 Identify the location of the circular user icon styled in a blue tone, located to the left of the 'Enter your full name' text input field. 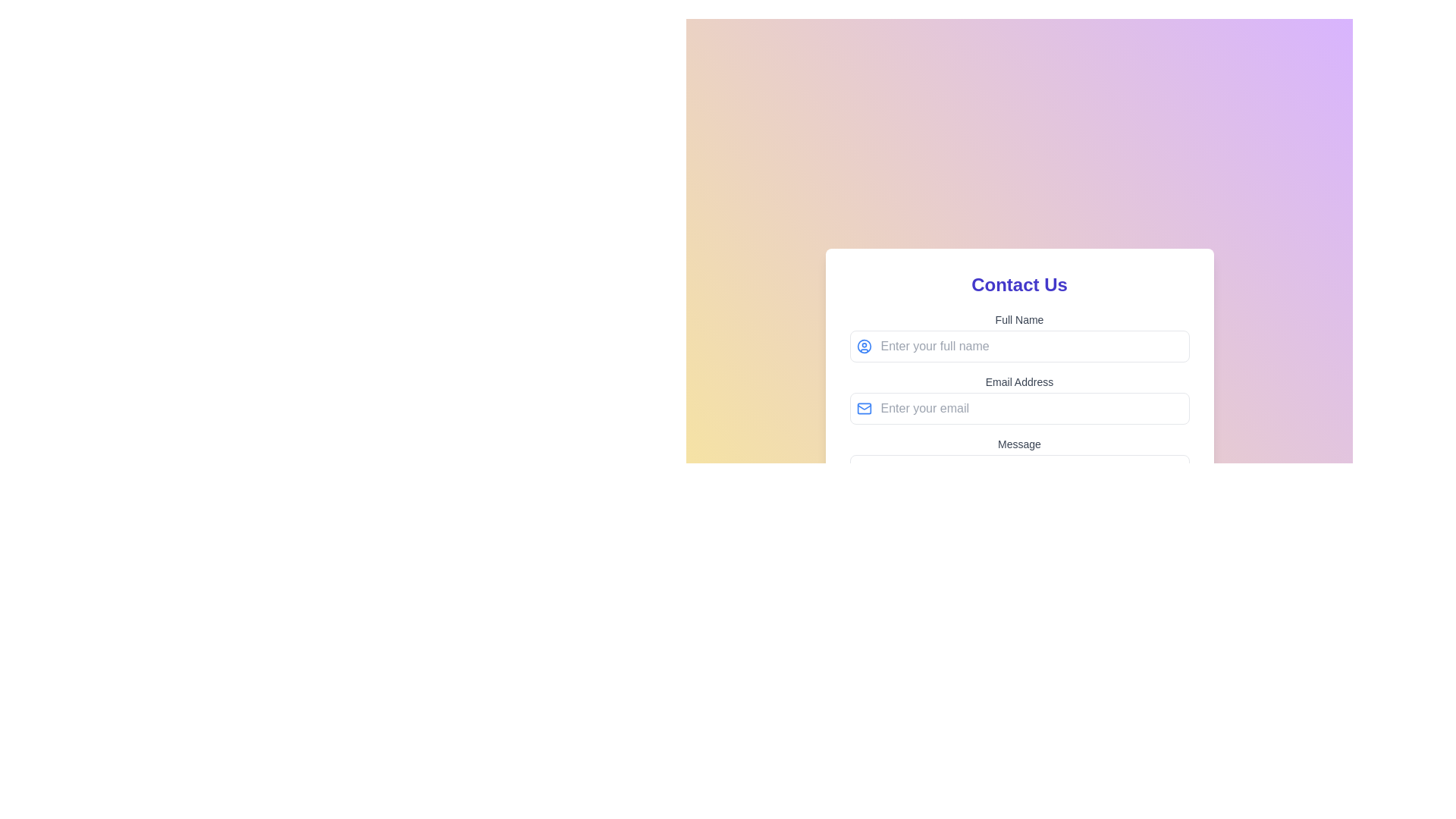
(864, 346).